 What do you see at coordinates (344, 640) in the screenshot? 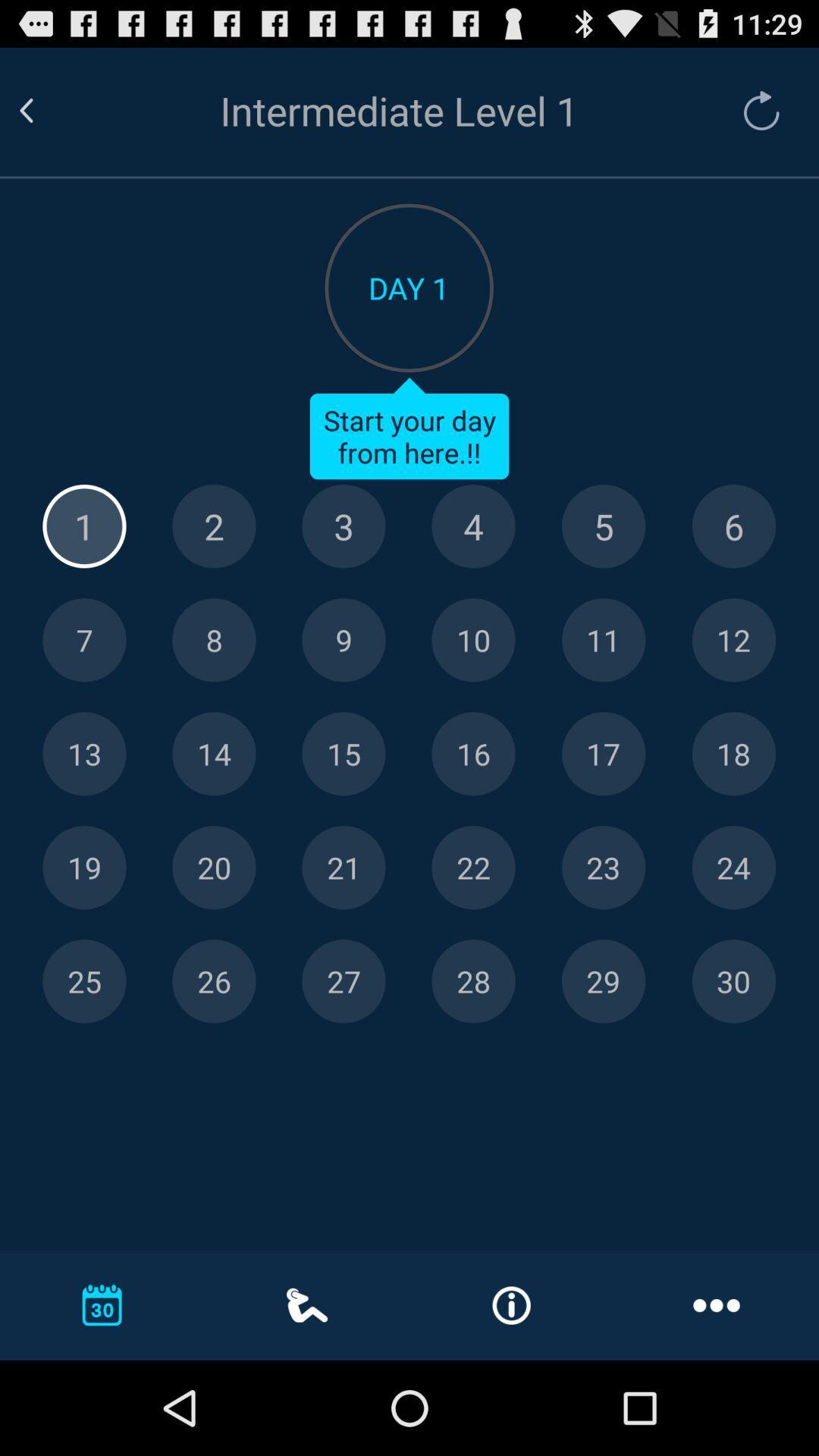
I see `keyboard no9` at bounding box center [344, 640].